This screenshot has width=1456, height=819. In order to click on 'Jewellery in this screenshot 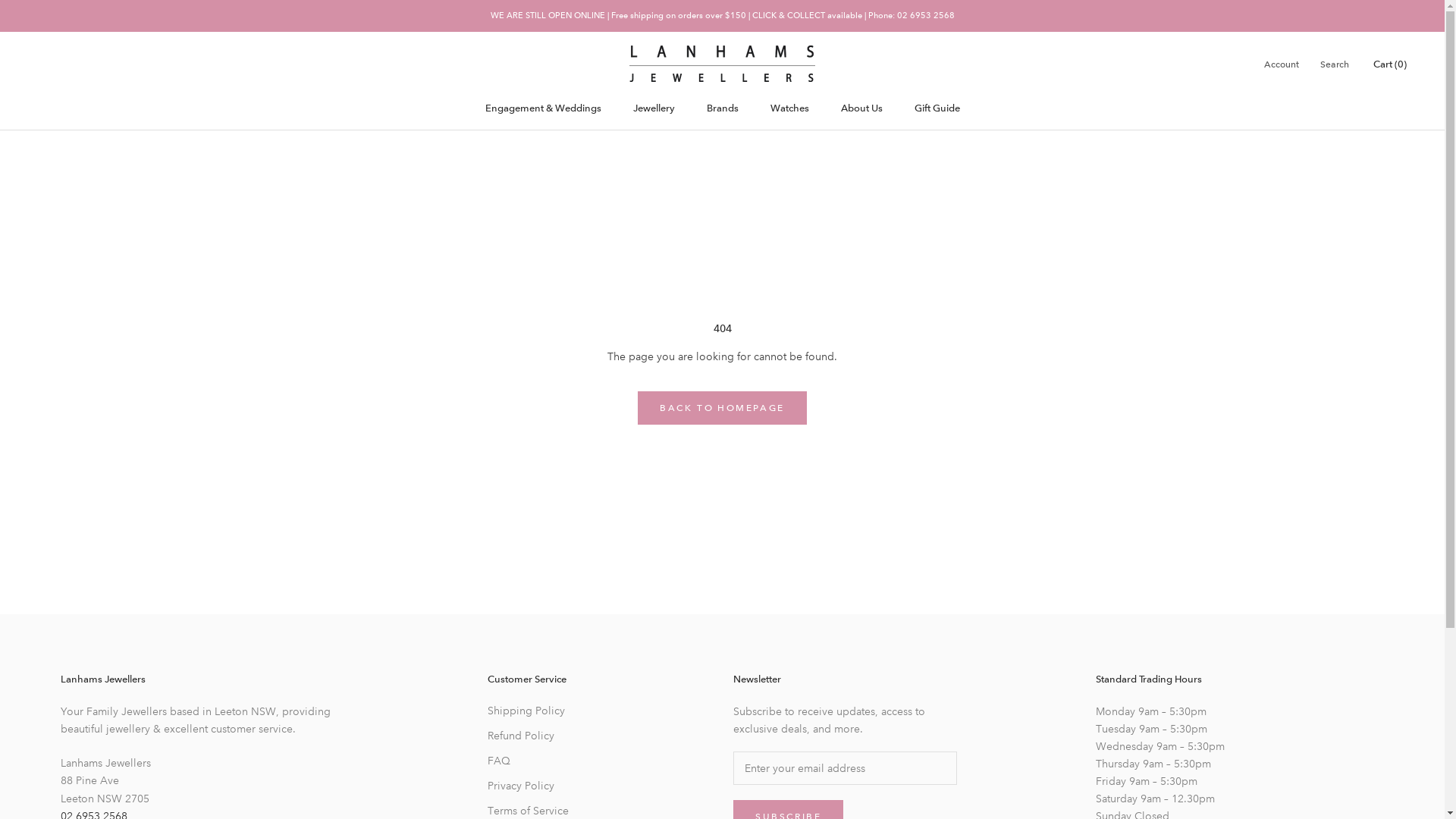, I will do `click(653, 107)`.